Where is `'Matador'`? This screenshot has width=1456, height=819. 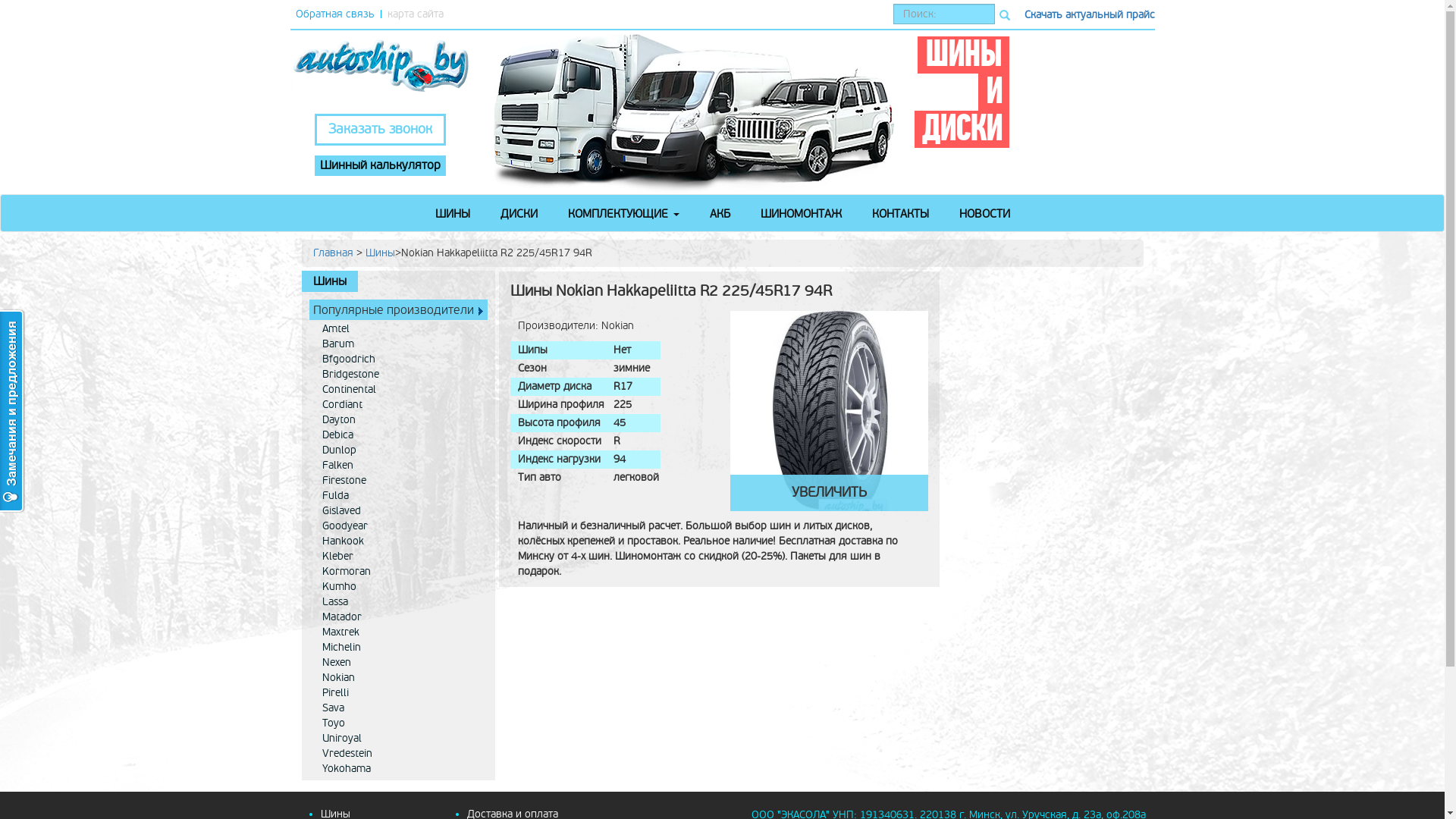
'Matador' is located at coordinates (312, 617).